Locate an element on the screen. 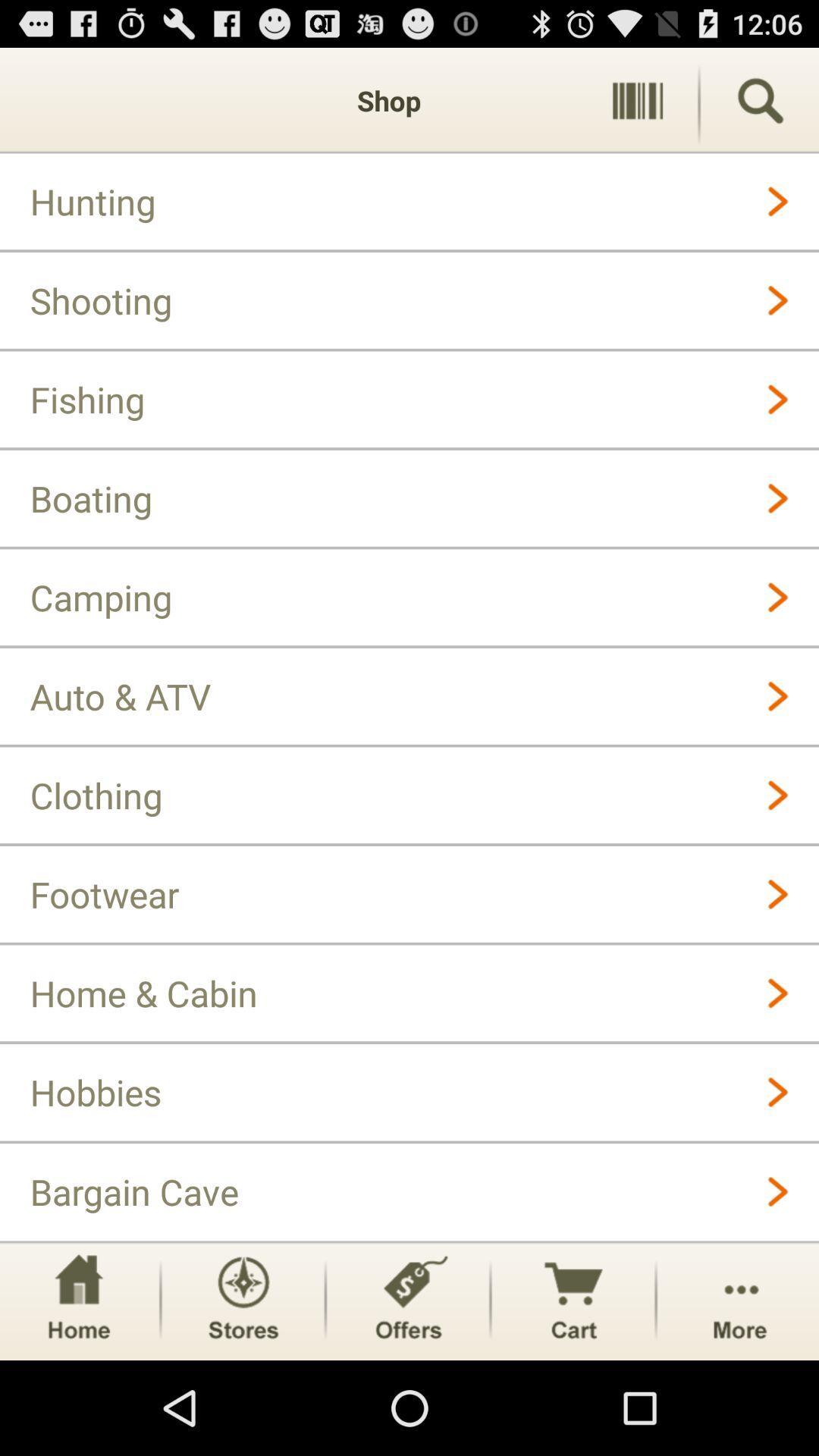 The width and height of the screenshot is (819, 1456). the label icon is located at coordinates (407, 1392).